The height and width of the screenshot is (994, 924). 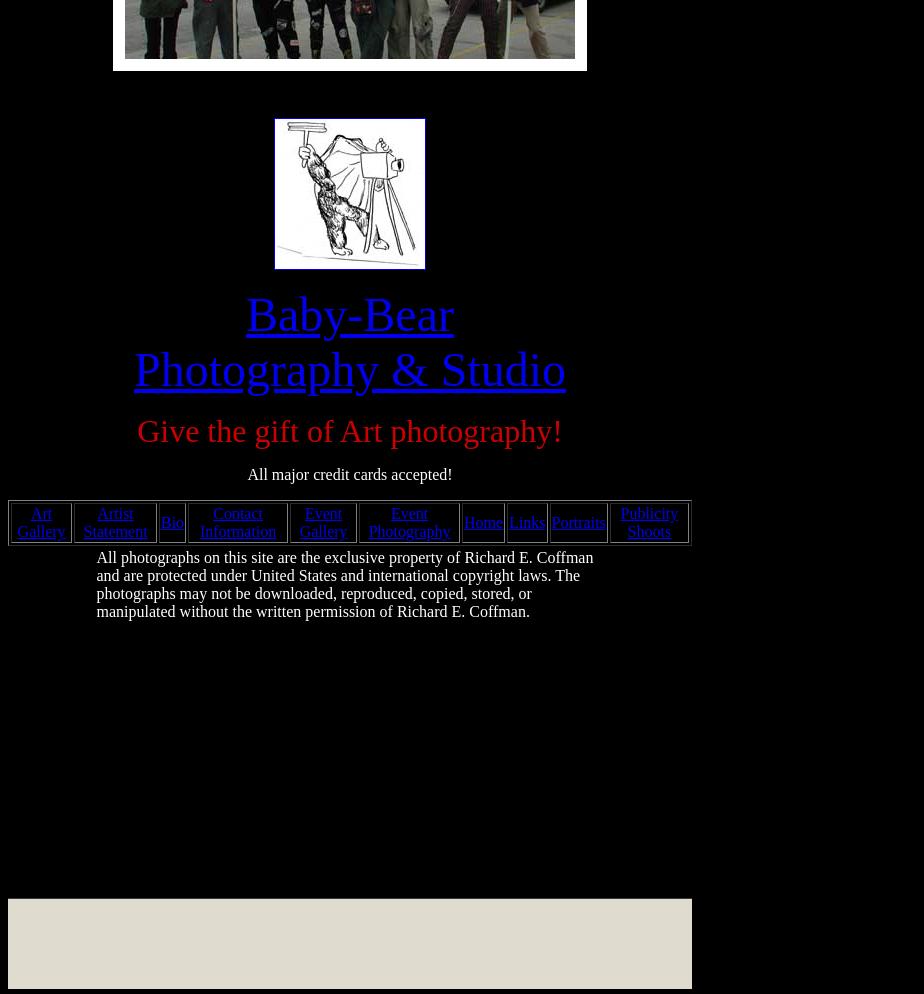 What do you see at coordinates (323, 522) in the screenshot?
I see `'Event Gallery'` at bounding box center [323, 522].